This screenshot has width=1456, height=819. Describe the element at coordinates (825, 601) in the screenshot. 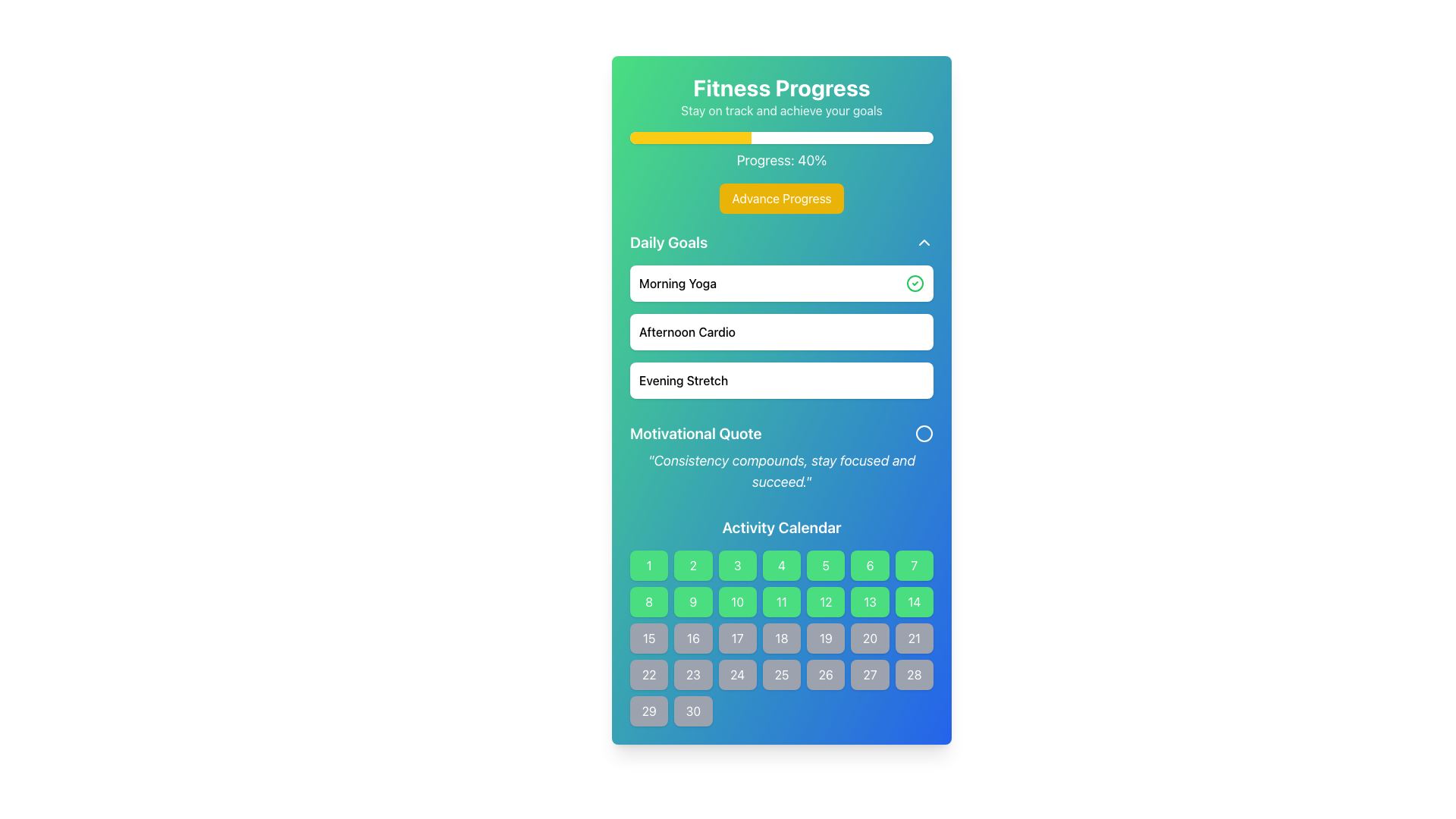

I see `the button labeled '12' in the 'Activity Calendar'` at that location.